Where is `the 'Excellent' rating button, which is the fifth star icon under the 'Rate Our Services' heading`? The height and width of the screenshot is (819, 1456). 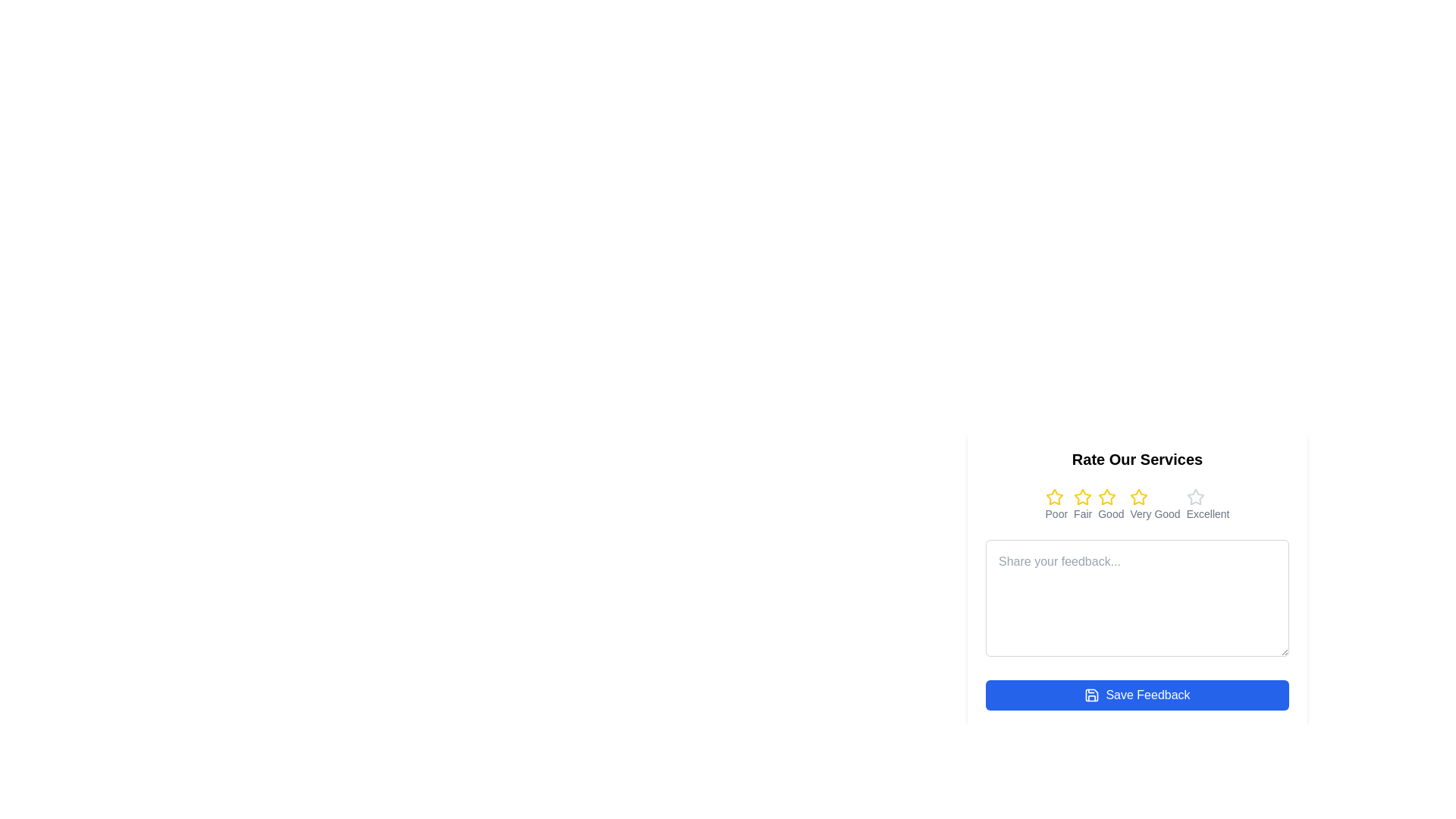
the 'Excellent' rating button, which is the fifth star icon under the 'Rate Our Services' heading is located at coordinates (1194, 497).